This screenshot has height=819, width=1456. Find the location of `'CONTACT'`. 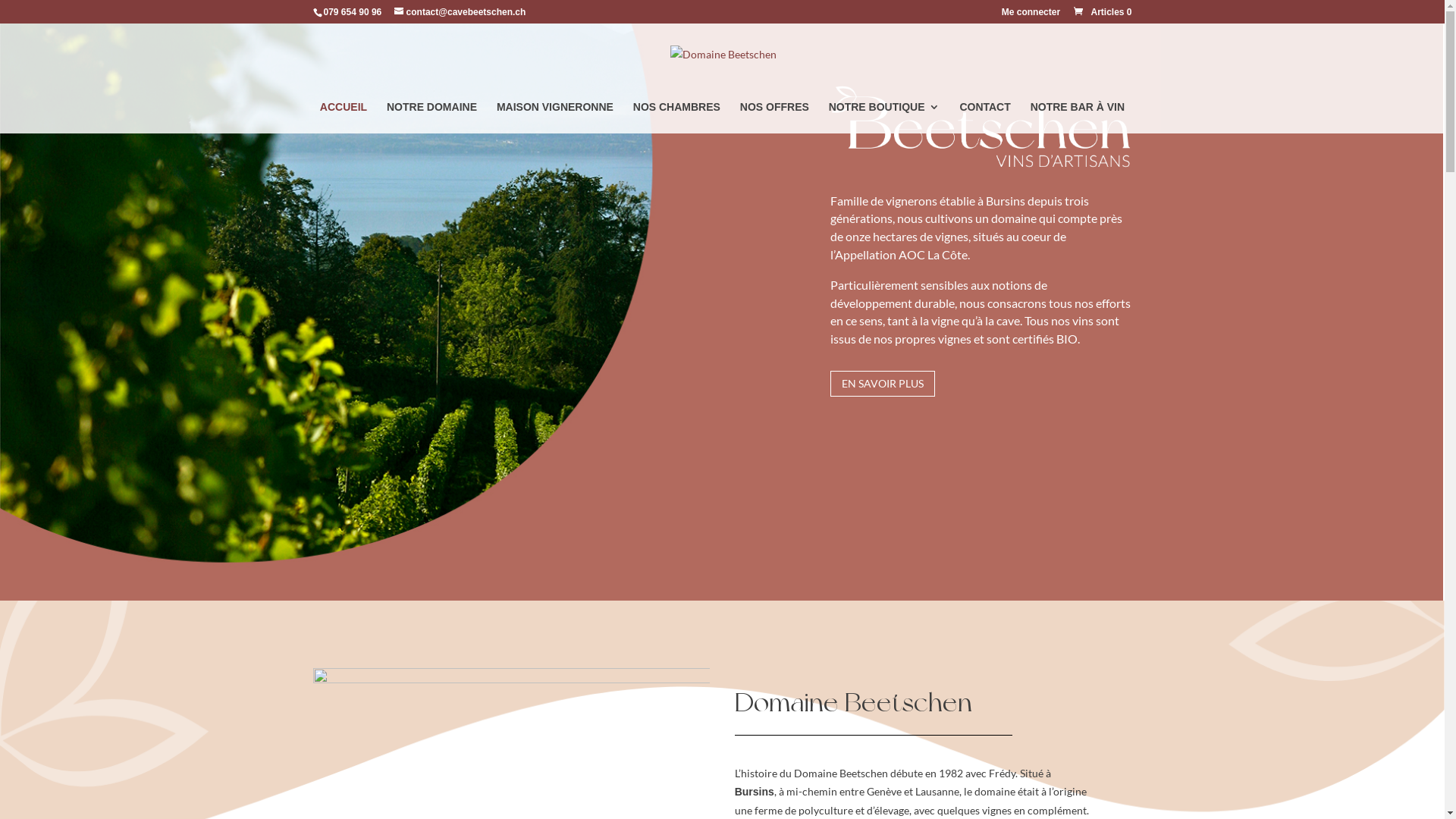

'CONTACT' is located at coordinates (959, 116).